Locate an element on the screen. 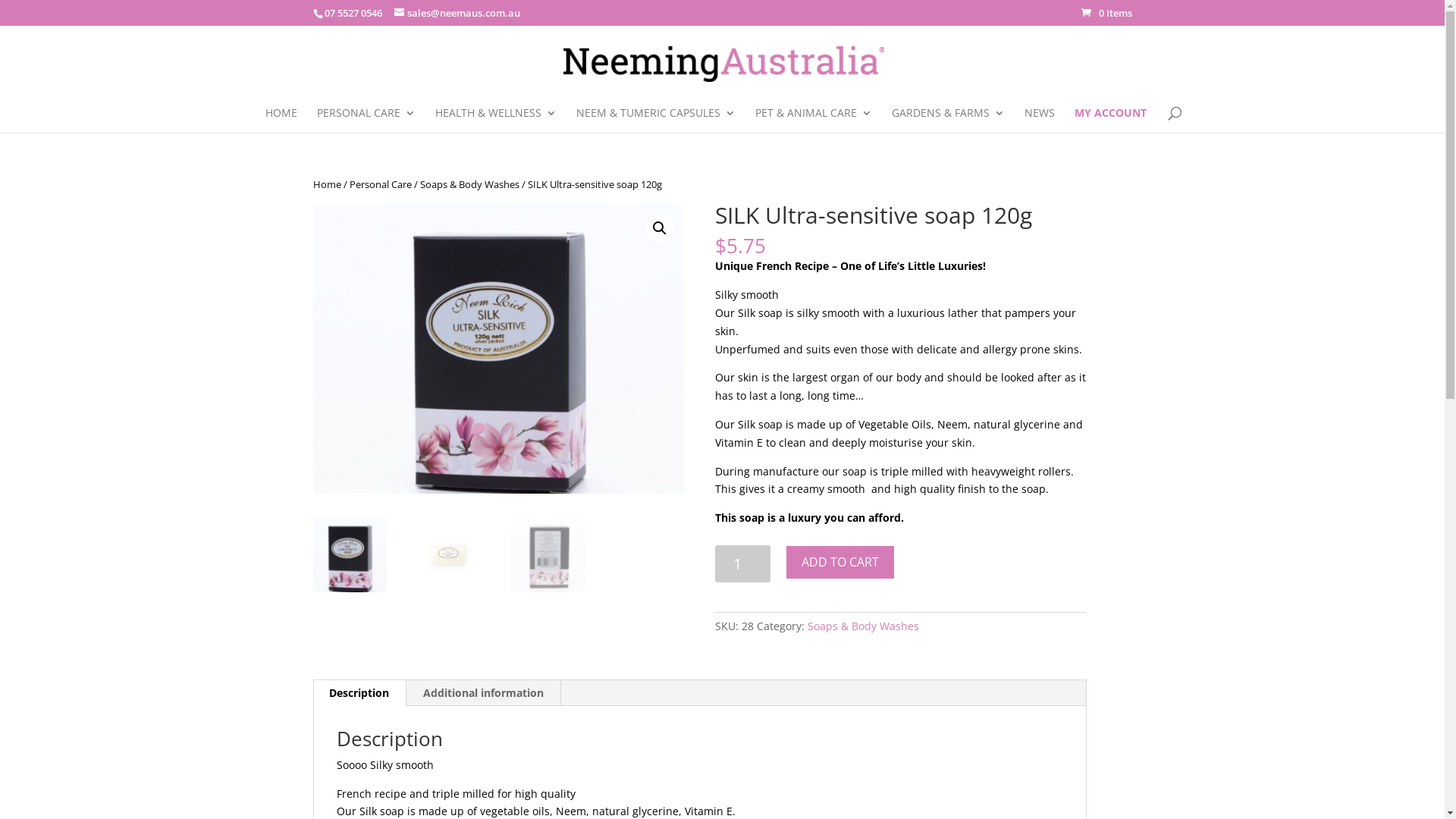 The image size is (1456, 819). 'HEALTH & WELLNESS' is located at coordinates (495, 119).